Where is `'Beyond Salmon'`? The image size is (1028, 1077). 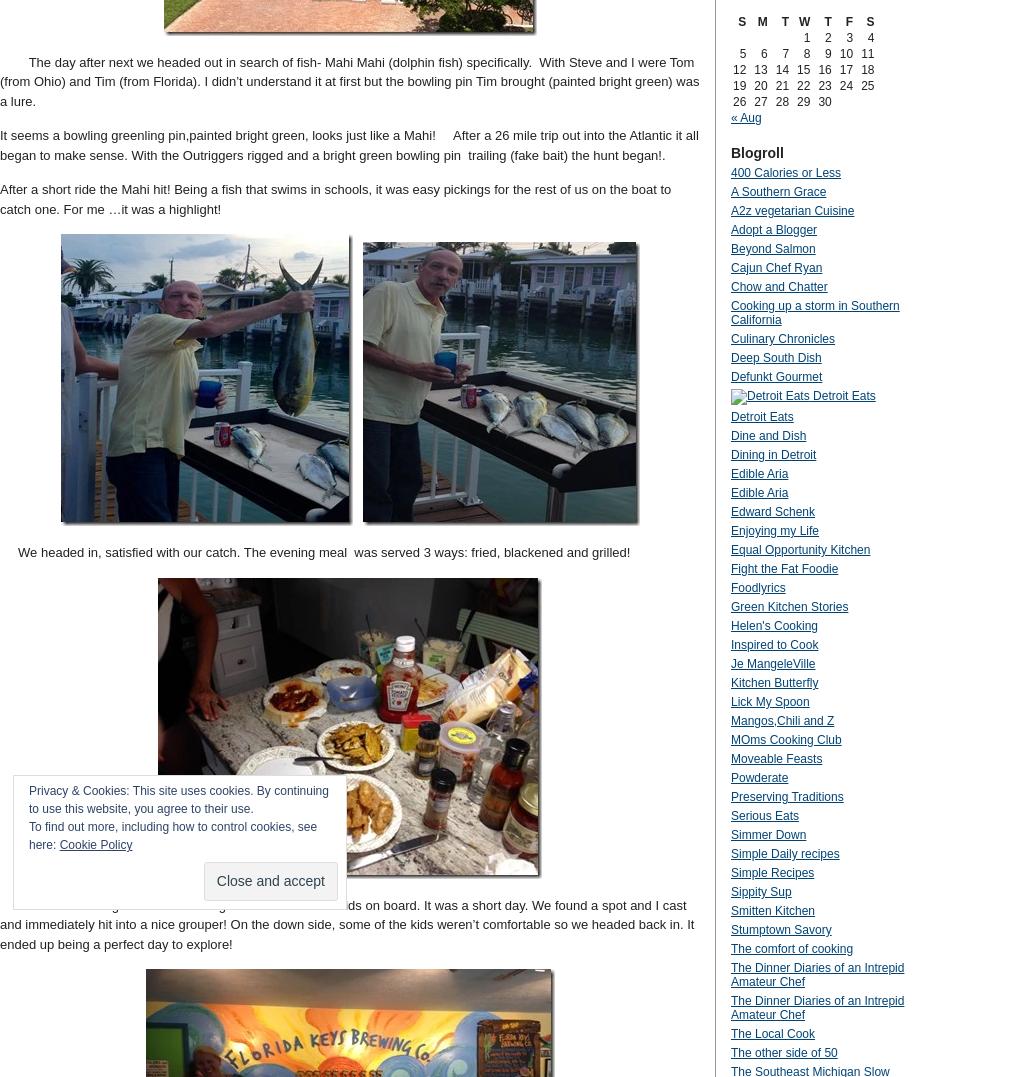 'Beyond Salmon' is located at coordinates (772, 248).